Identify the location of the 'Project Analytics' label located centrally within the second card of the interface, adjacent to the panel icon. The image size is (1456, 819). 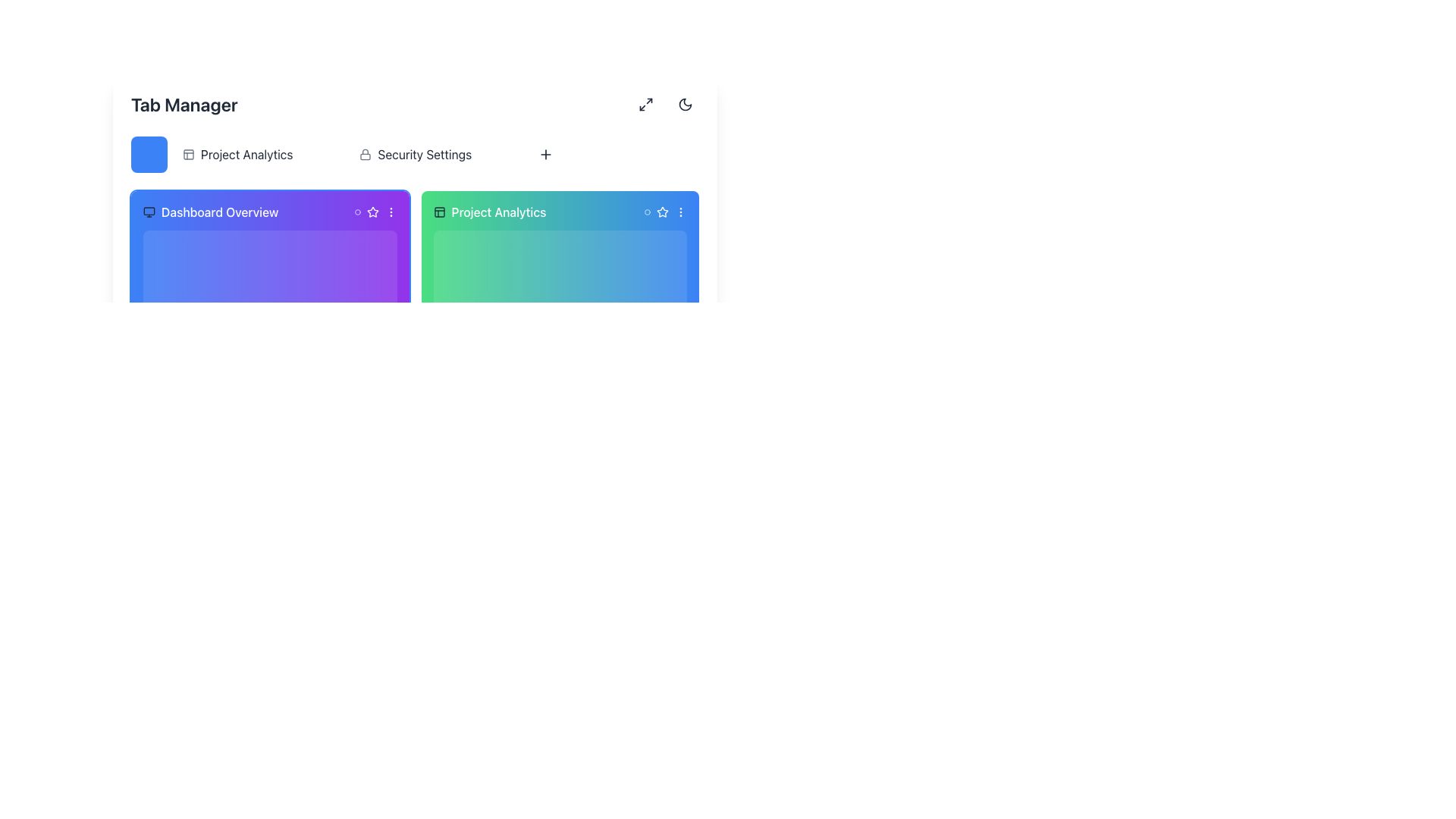
(498, 212).